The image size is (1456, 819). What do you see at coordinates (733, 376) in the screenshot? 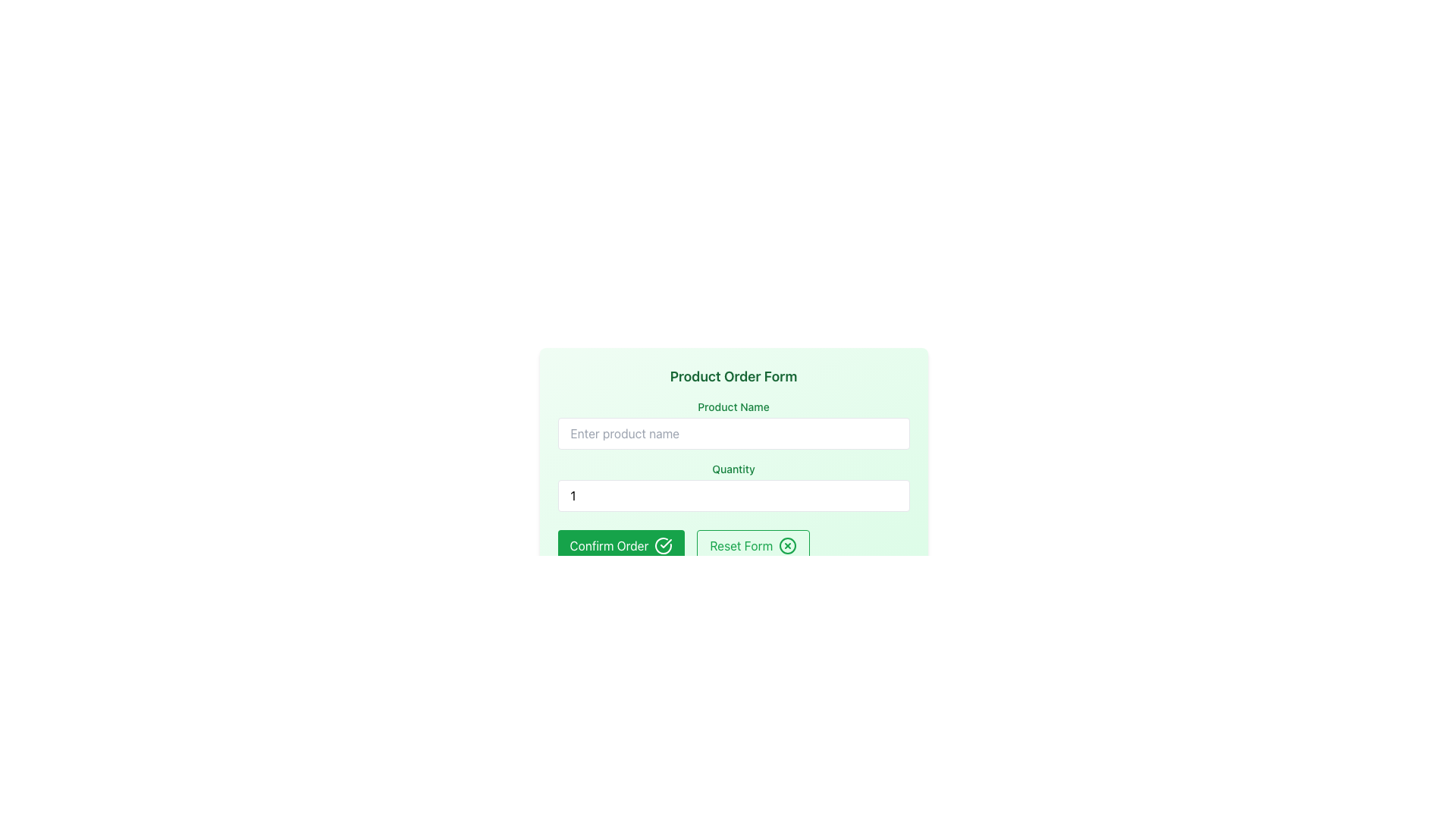
I see `the 'Product Order Form' text label, which is styled in bold green font and located at the top of the light green gradient card` at bounding box center [733, 376].